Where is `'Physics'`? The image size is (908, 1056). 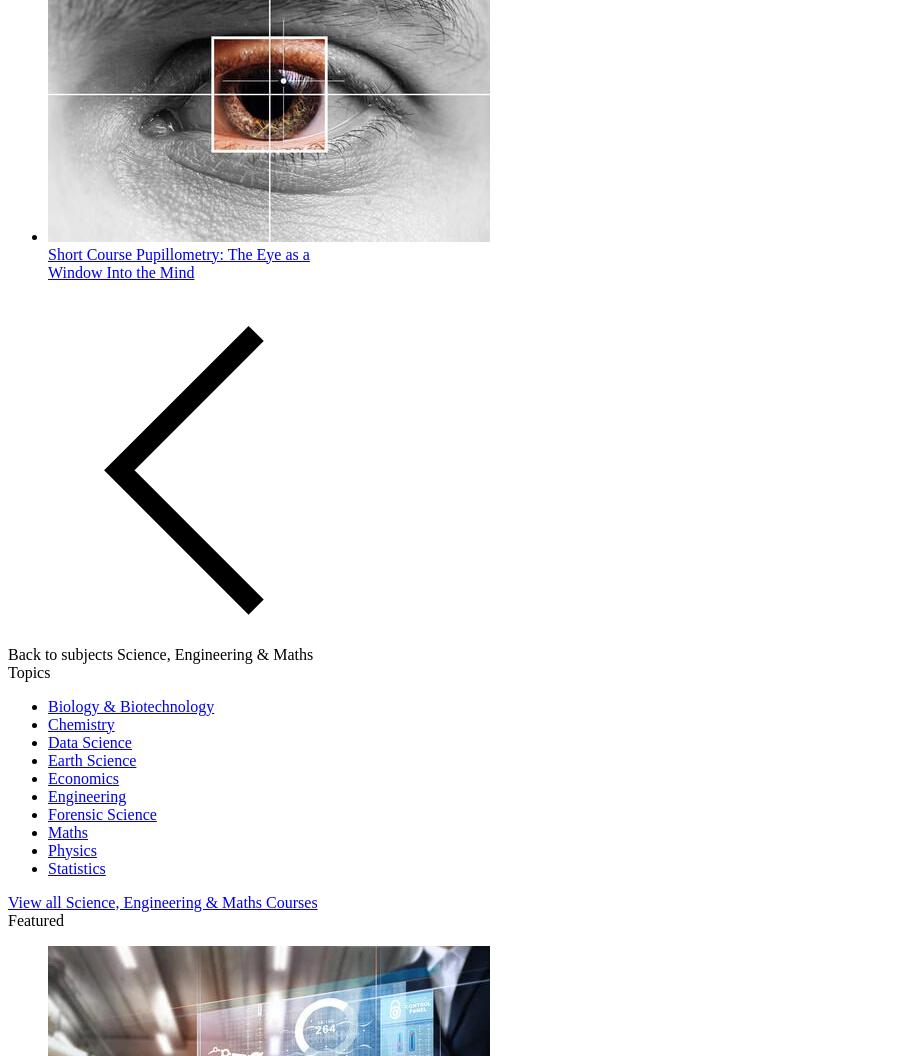
'Physics' is located at coordinates (72, 849).